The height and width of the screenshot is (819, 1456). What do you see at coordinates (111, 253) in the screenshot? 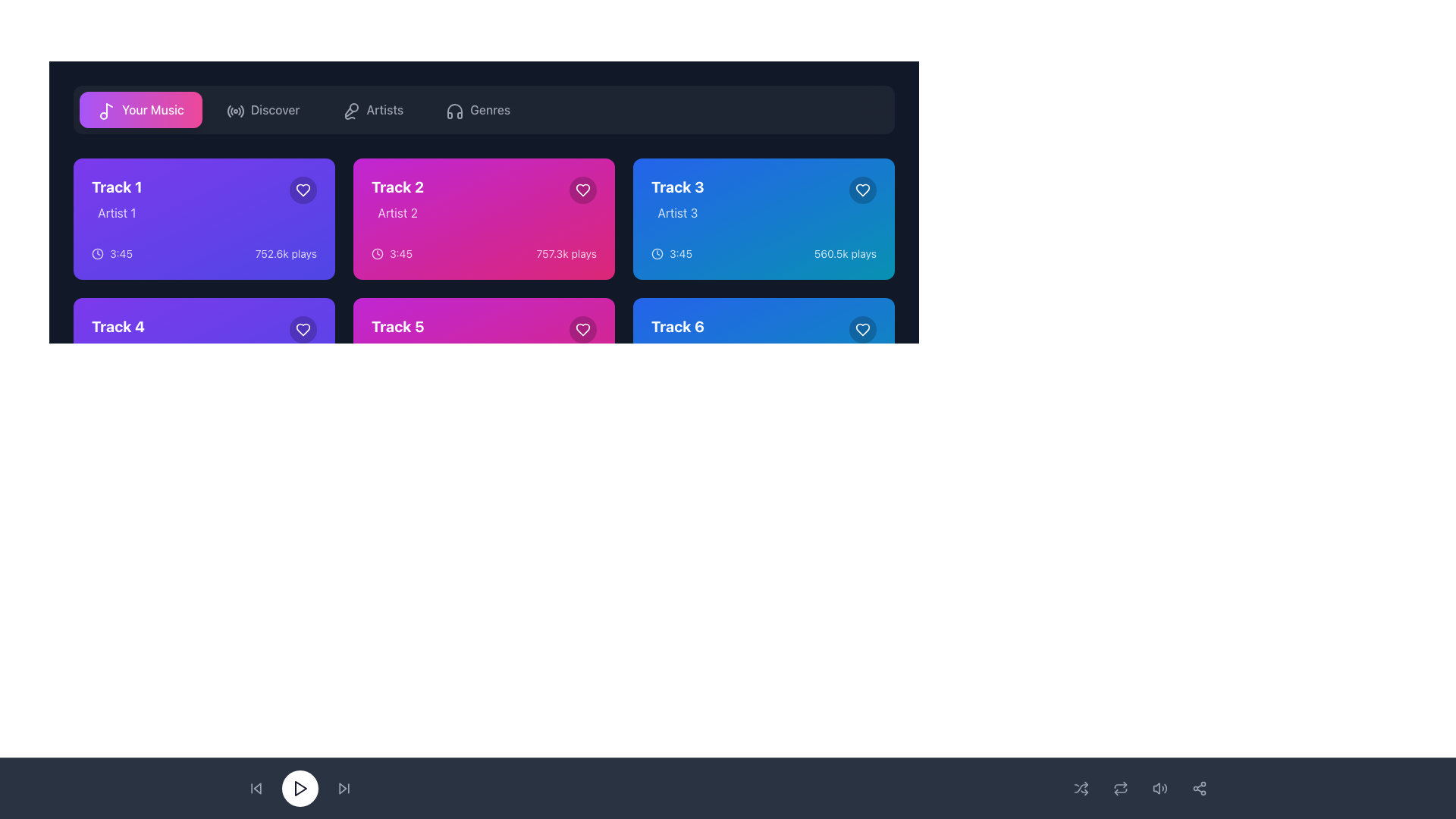
I see `the Label with a clock icon displaying '3:45' located in the lower-left corner of the 'Track 1' card` at bounding box center [111, 253].